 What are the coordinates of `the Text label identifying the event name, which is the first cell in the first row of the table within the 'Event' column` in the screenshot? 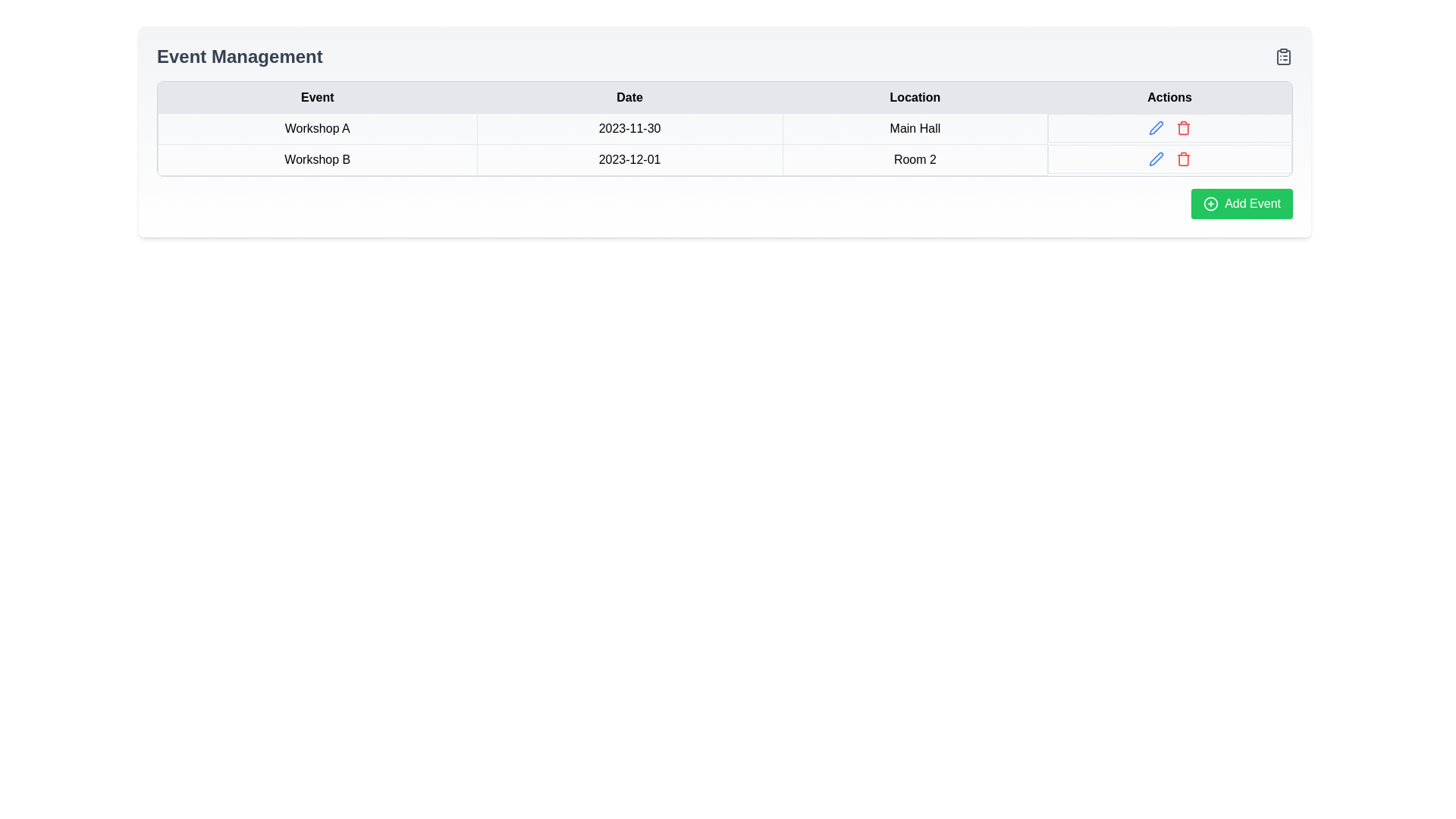 It's located at (316, 127).